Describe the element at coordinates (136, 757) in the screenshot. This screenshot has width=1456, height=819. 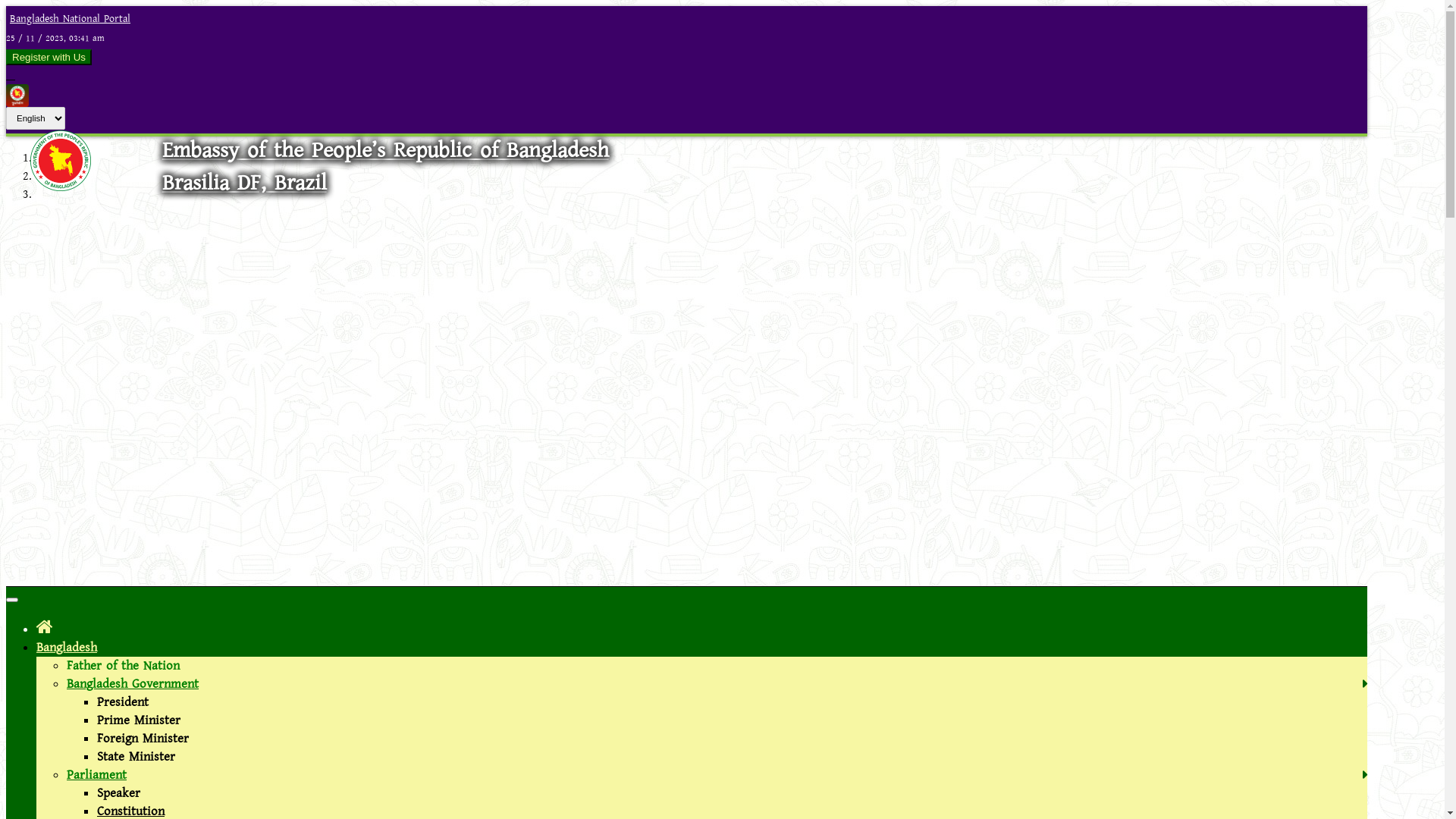
I see `'State Minister'` at that location.